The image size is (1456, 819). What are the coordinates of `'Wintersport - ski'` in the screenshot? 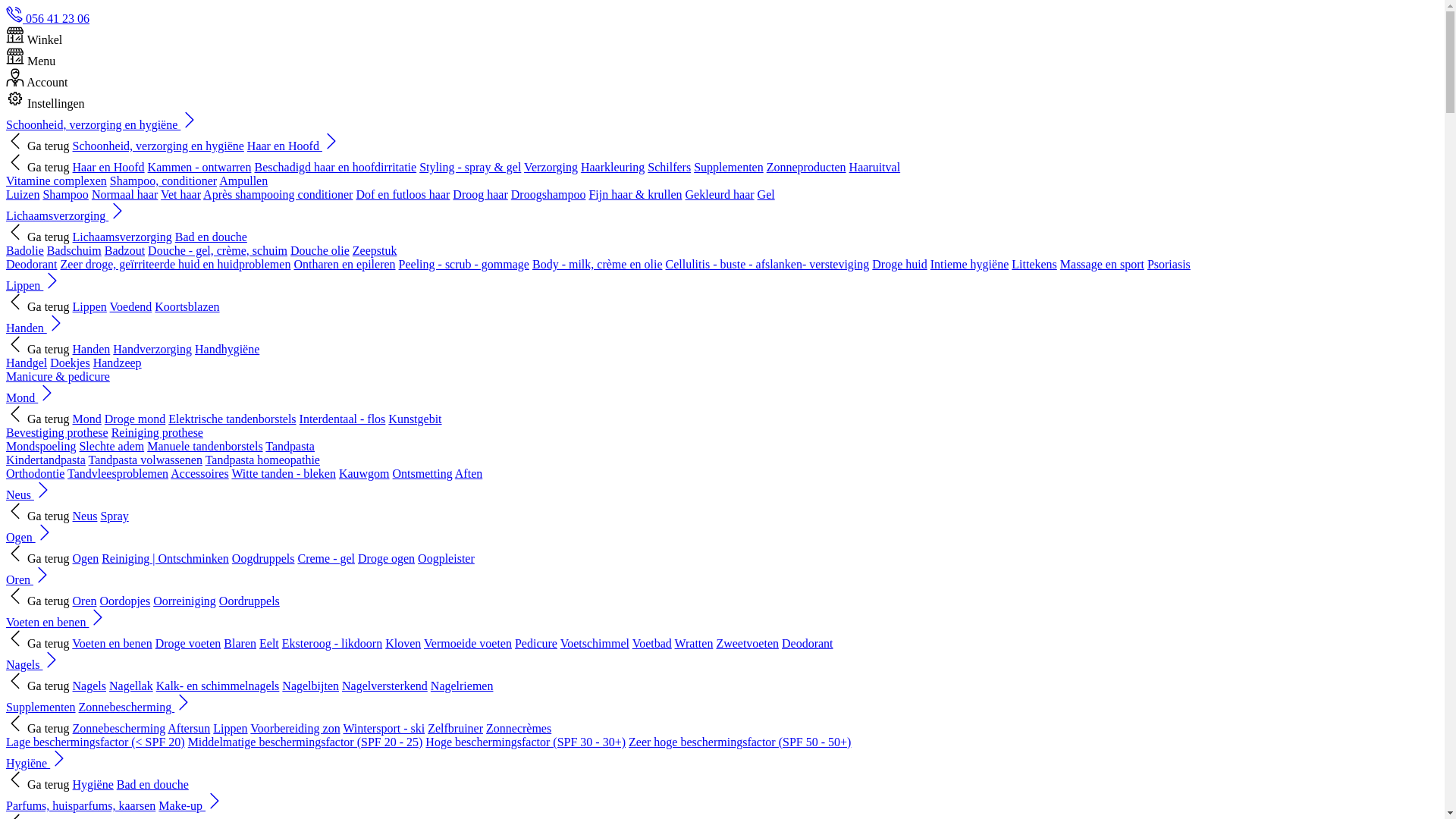 It's located at (383, 727).